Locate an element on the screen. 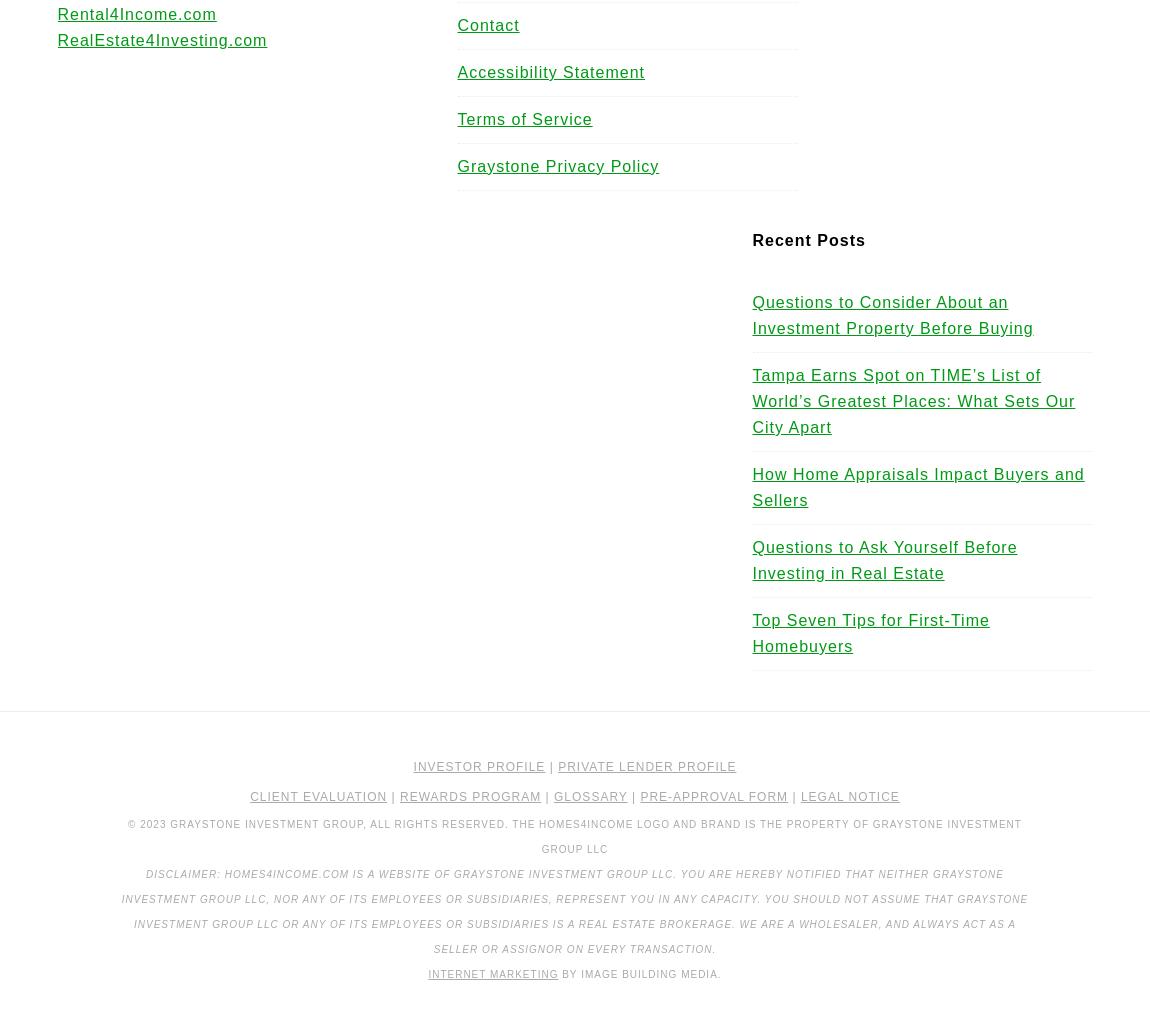  'Internet Marketing' is located at coordinates (493, 974).